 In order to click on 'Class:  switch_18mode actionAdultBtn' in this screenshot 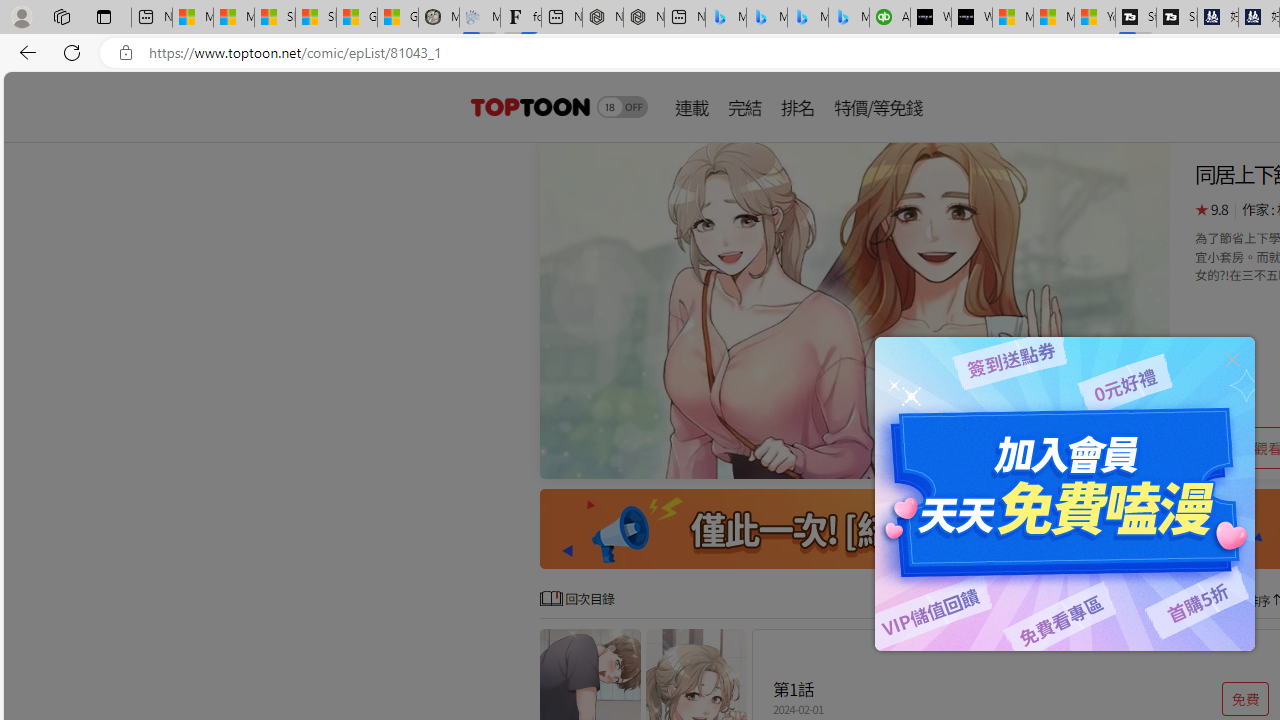, I will do `click(621, 106)`.